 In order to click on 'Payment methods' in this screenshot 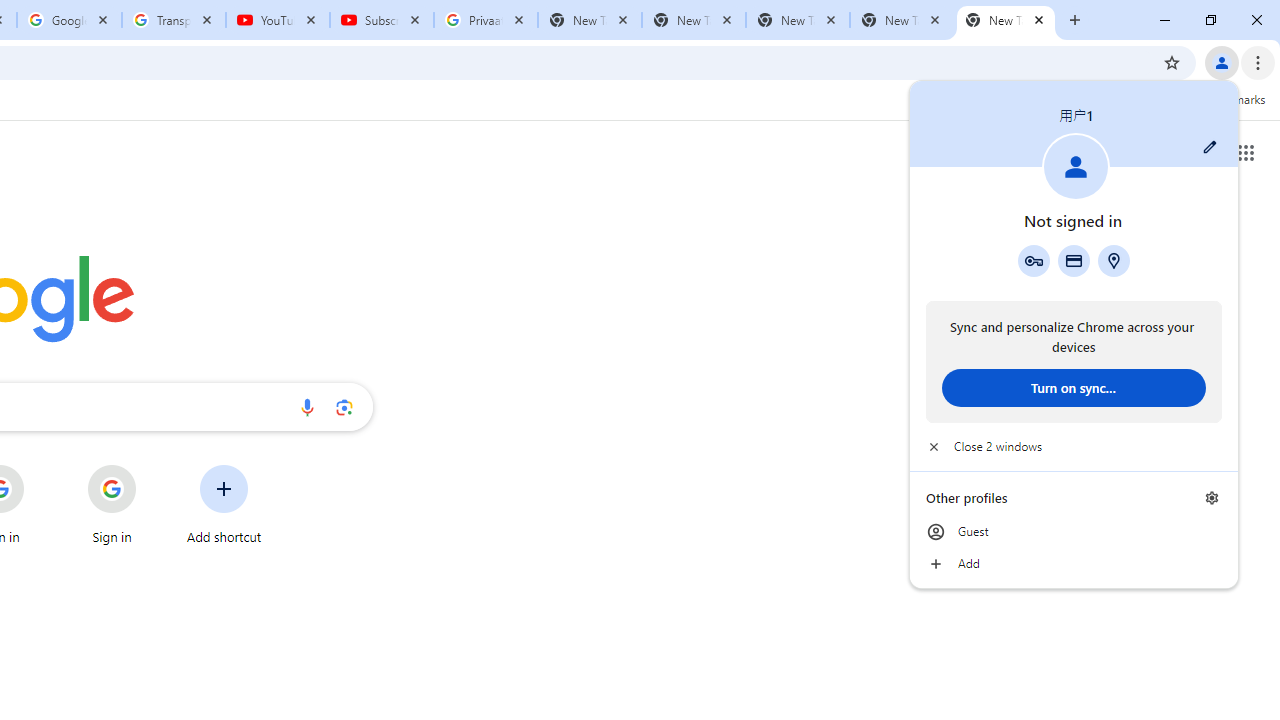, I will do `click(1073, 260)`.